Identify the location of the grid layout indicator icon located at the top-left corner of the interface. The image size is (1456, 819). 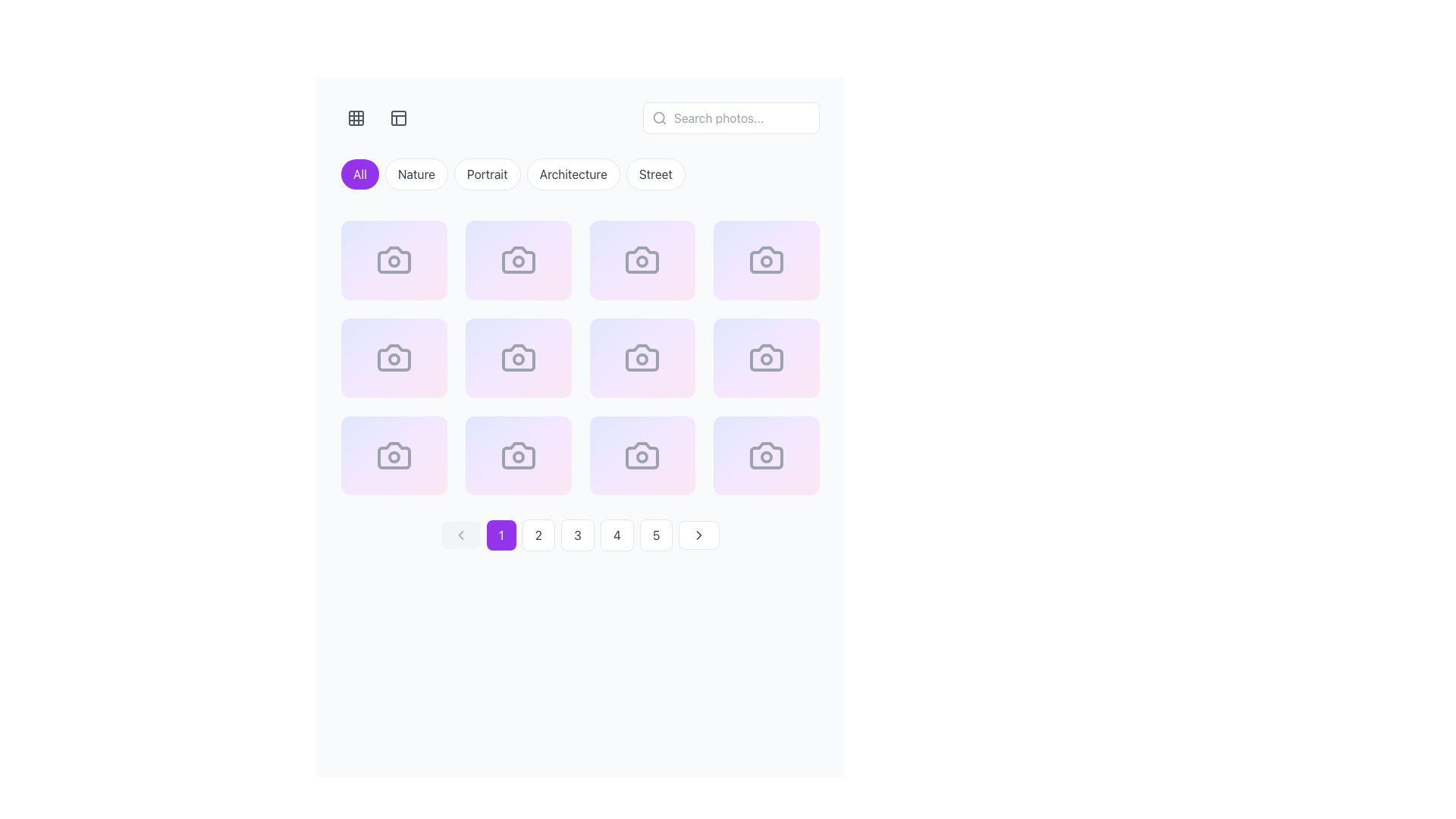
(399, 117).